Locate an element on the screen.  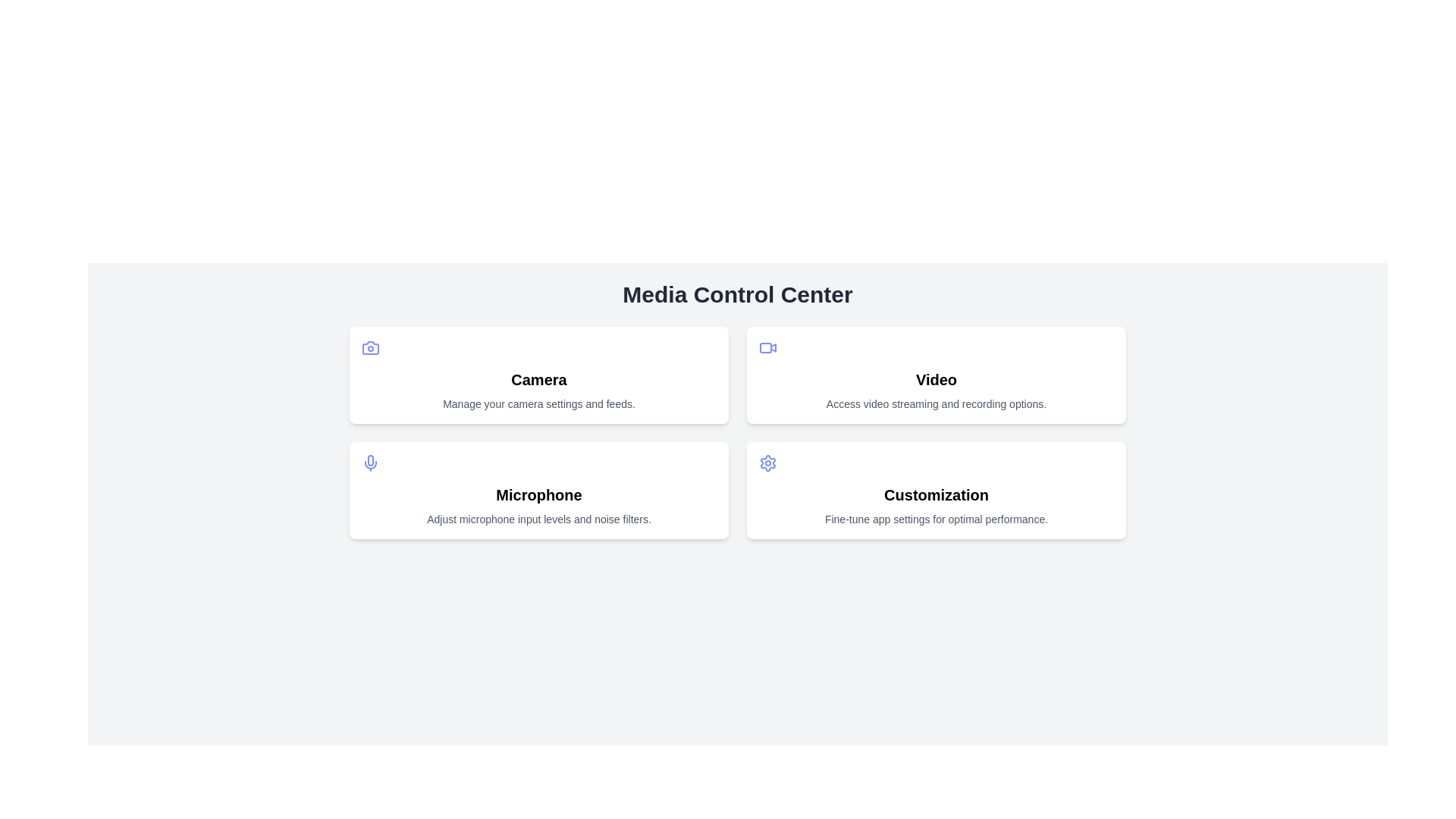
the informational card located in the top-right corner of the grid layout is located at coordinates (935, 375).